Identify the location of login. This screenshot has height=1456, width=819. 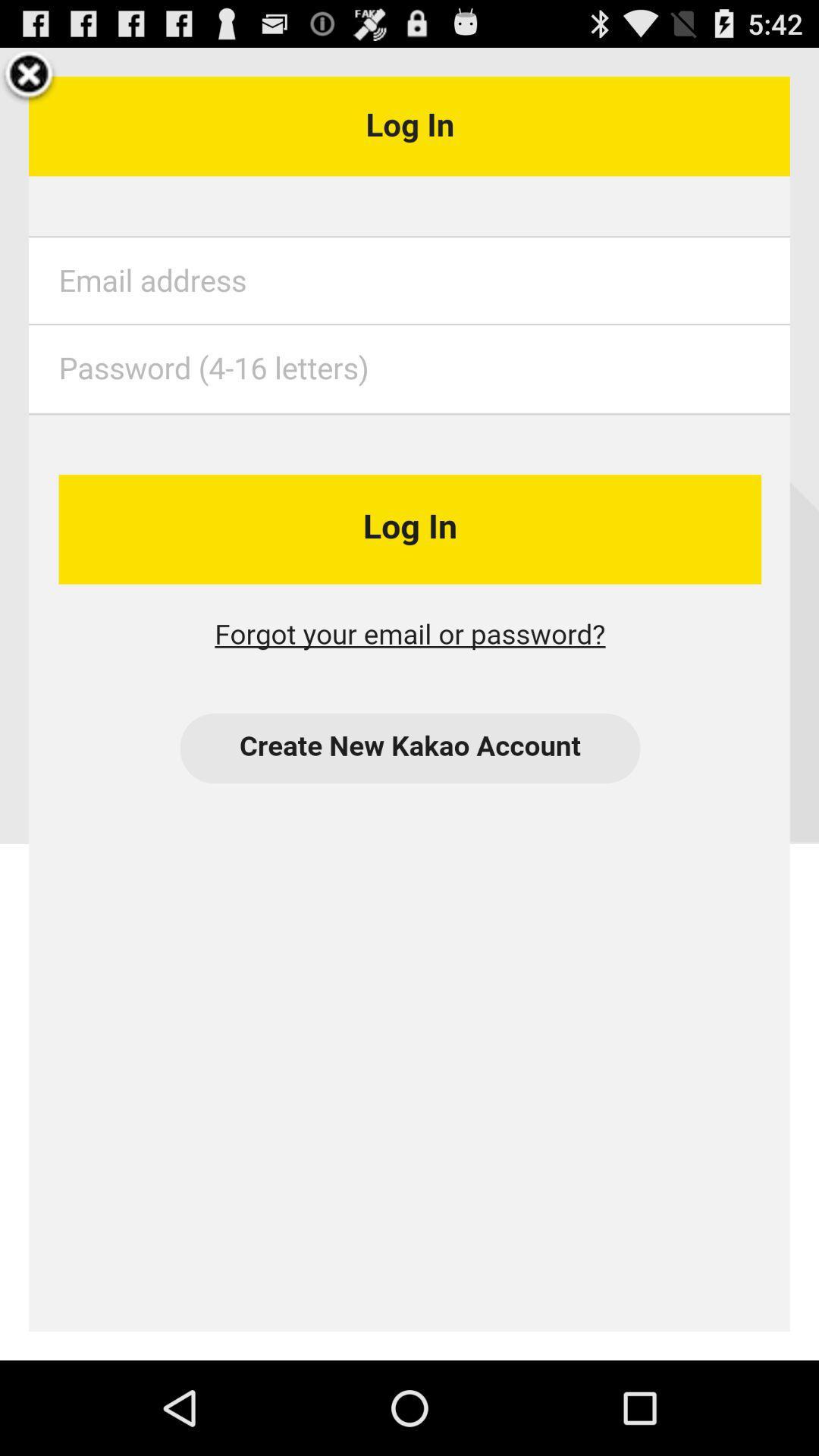
(409, 703).